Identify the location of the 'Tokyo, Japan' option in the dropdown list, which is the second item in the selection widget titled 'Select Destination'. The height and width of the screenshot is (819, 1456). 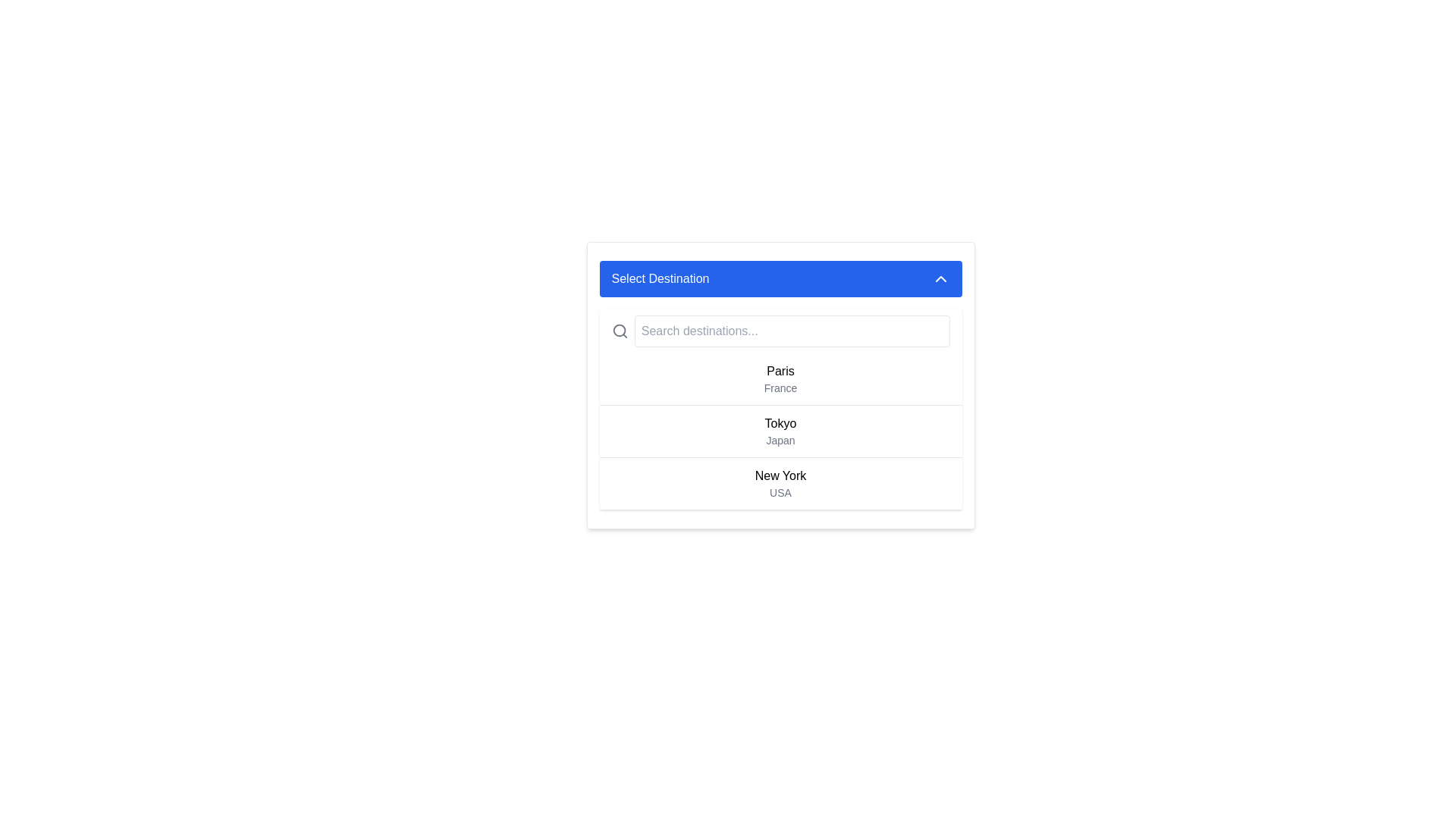
(780, 431).